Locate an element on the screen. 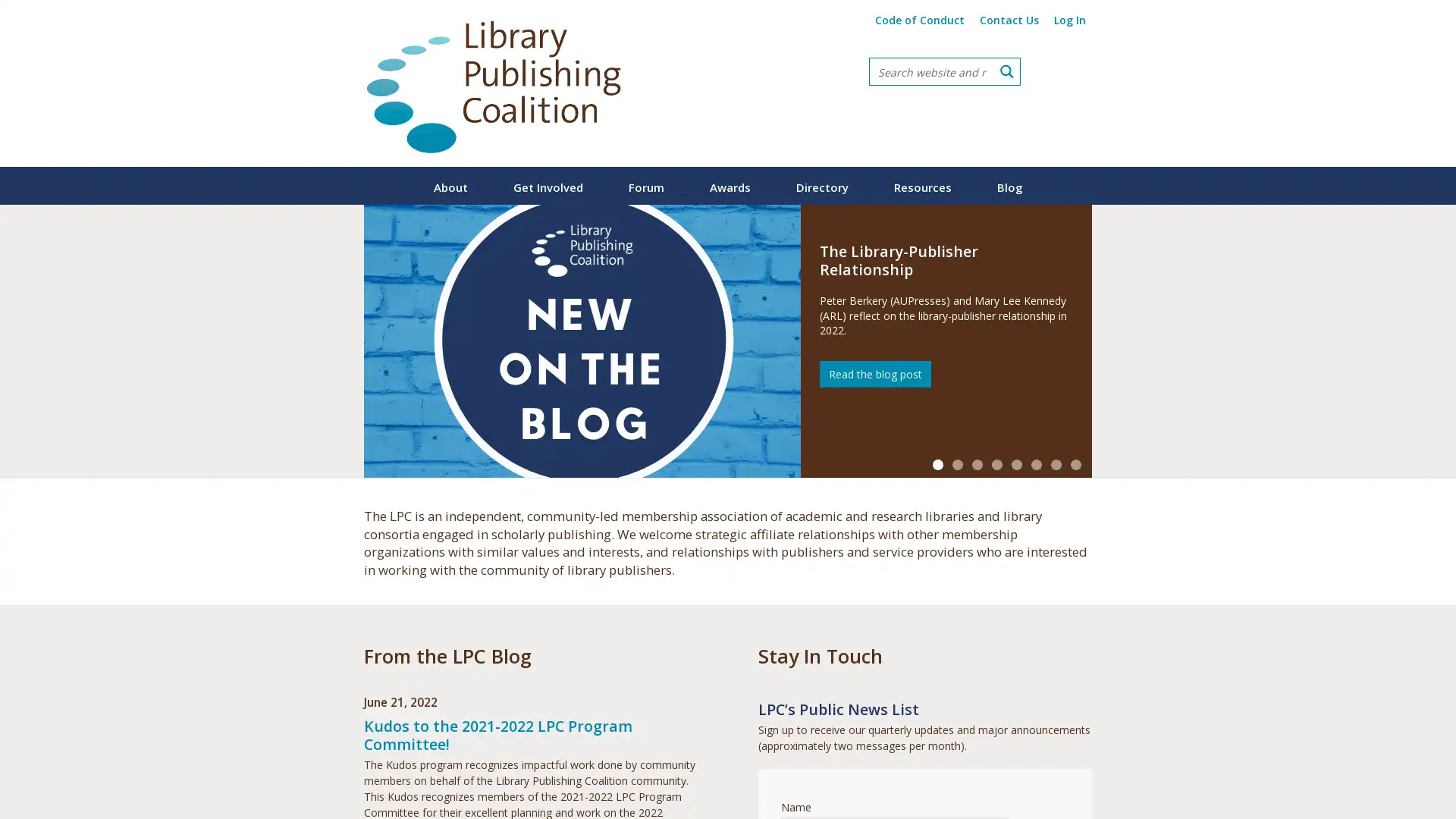 Image resolution: width=1456 pixels, height=819 pixels. Go to slide 6 is located at coordinates (1036, 464).